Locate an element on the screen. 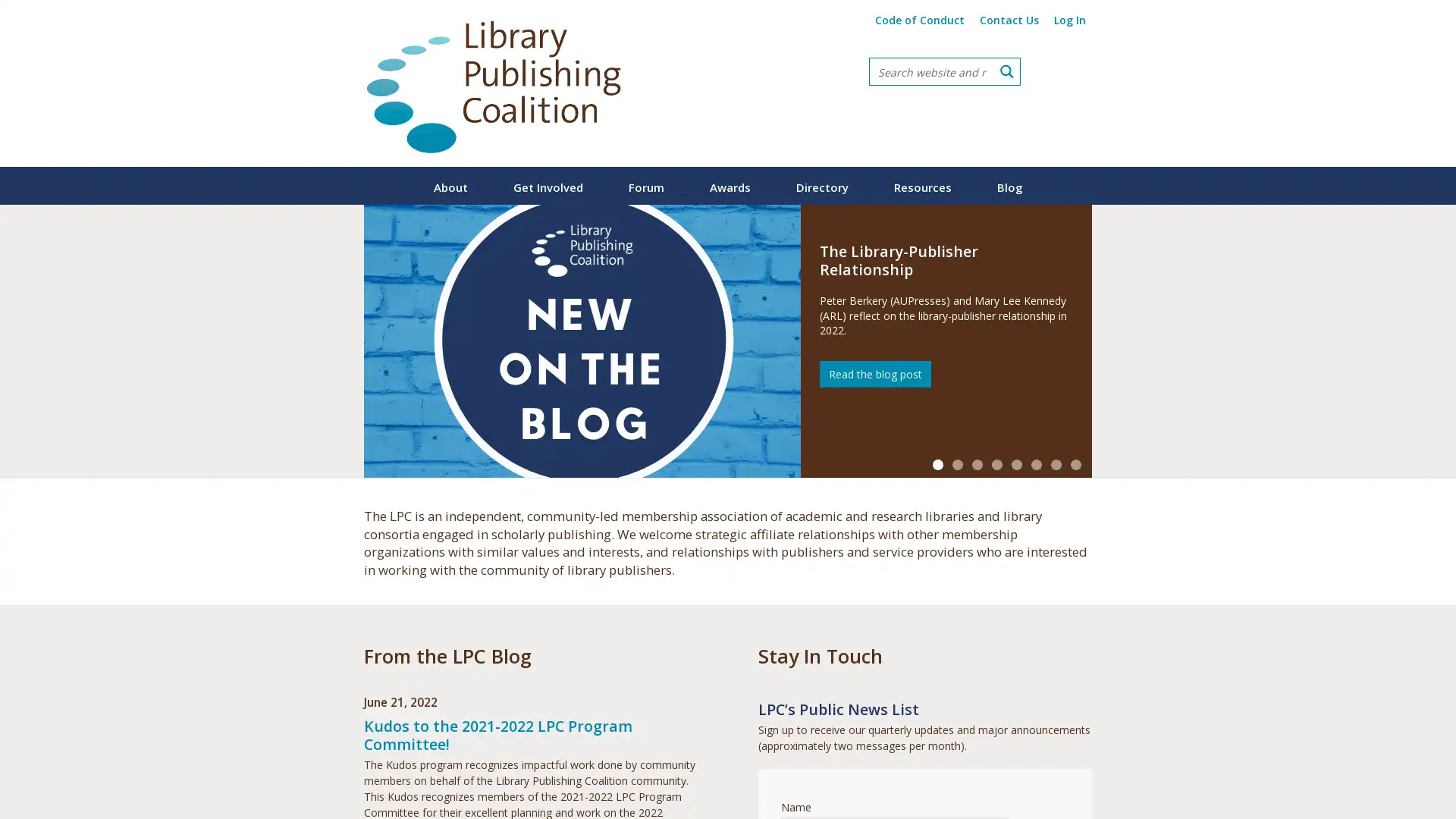 Image resolution: width=1456 pixels, height=819 pixels. Go to slide 6 is located at coordinates (1036, 464).